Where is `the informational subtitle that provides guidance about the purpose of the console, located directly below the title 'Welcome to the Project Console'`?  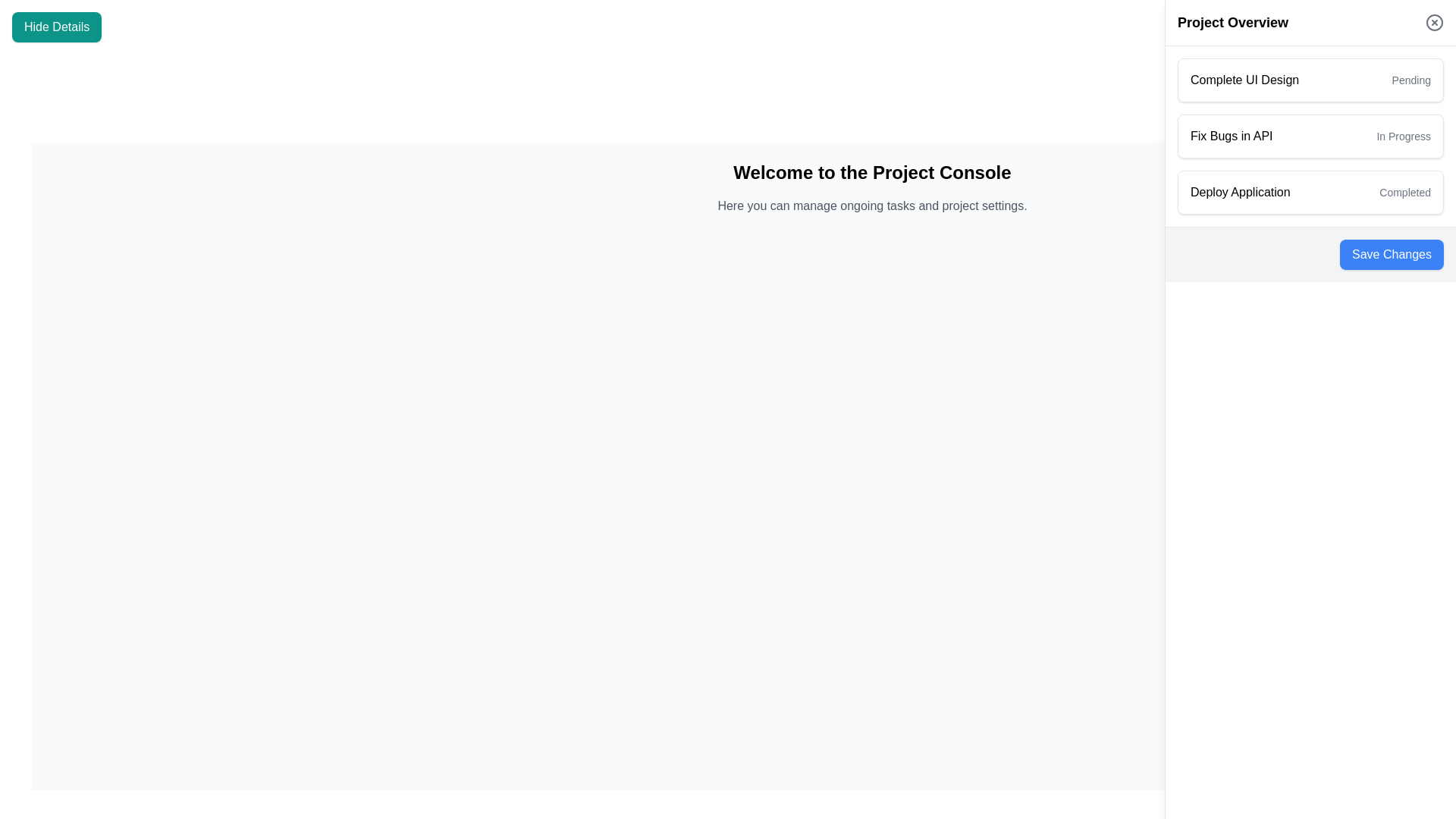
the informational subtitle that provides guidance about the purpose of the console, located directly below the title 'Welcome to the Project Console' is located at coordinates (872, 206).